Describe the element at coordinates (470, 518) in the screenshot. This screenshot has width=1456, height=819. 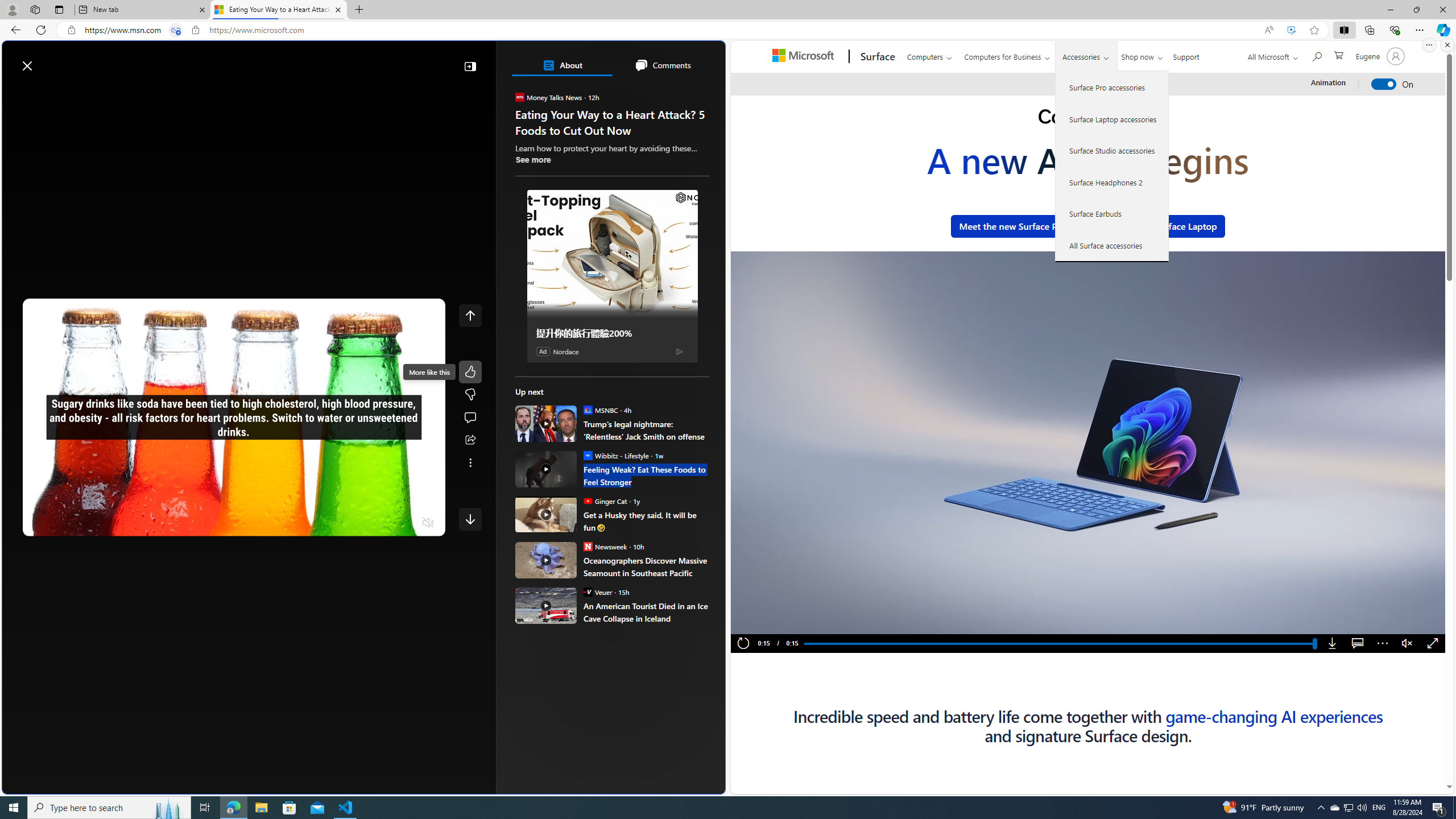
I see `'Class: control'` at that location.